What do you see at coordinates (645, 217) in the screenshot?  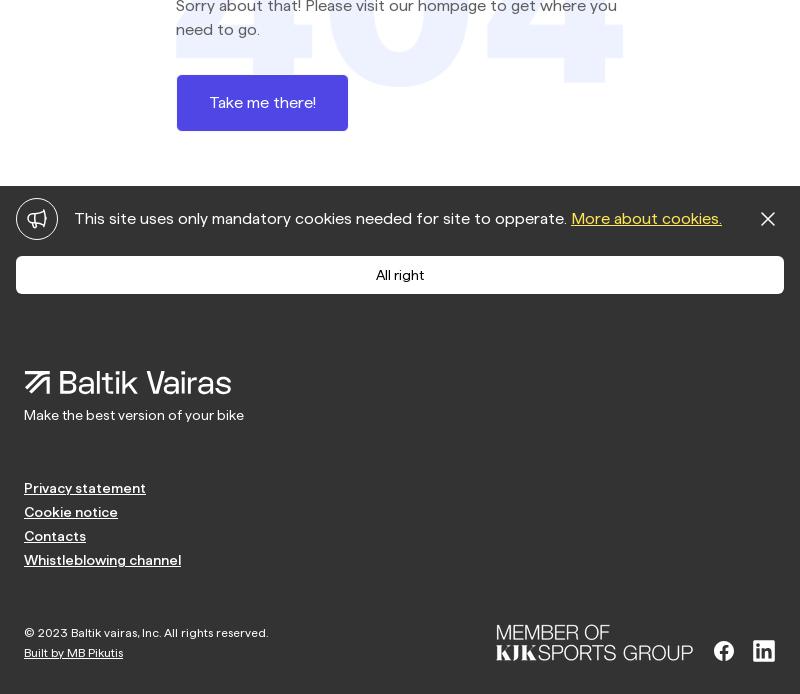 I see `'More about cookies.'` at bounding box center [645, 217].